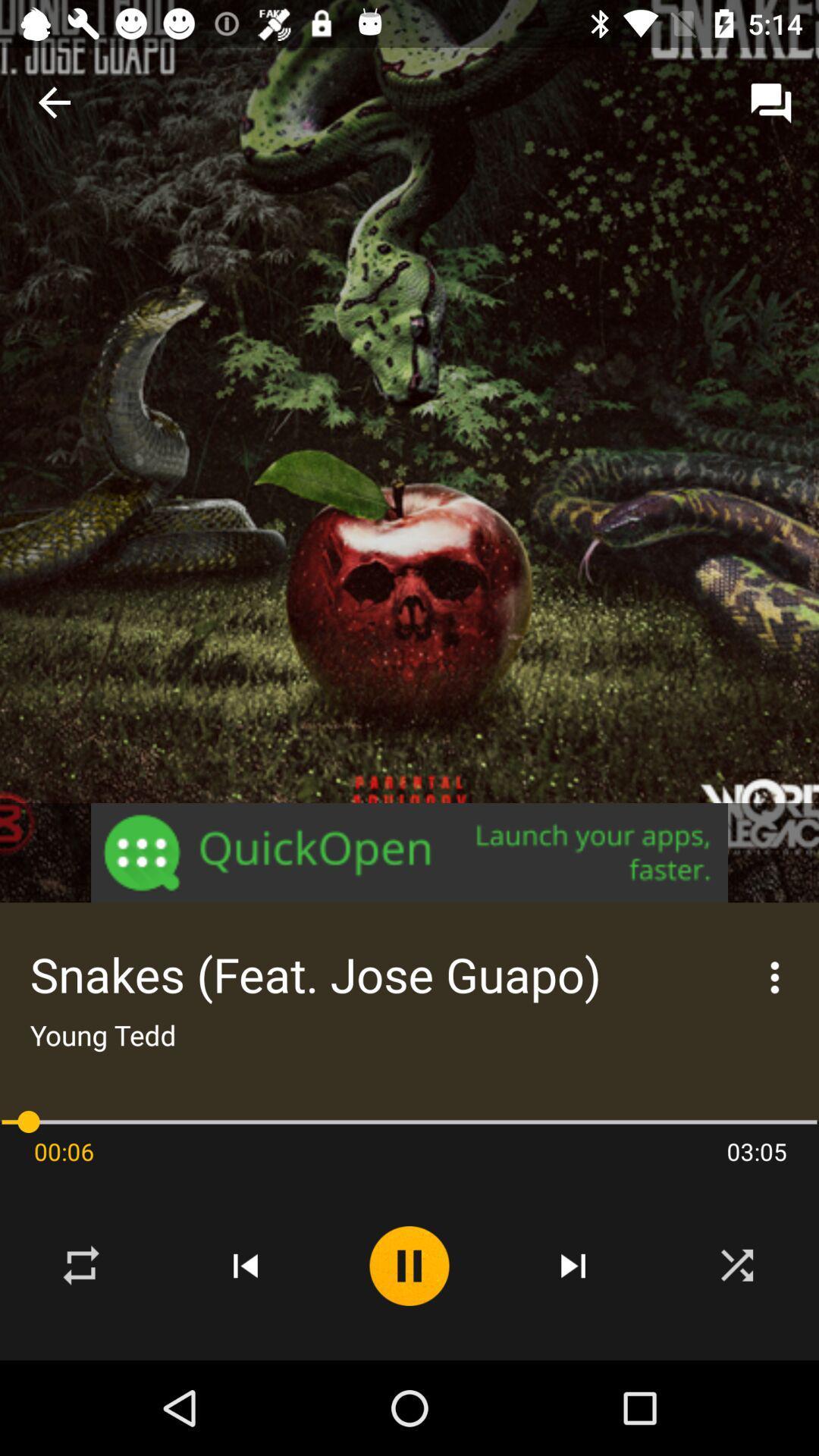 The width and height of the screenshot is (819, 1456). What do you see at coordinates (82, 1266) in the screenshot?
I see `the repeat icon` at bounding box center [82, 1266].